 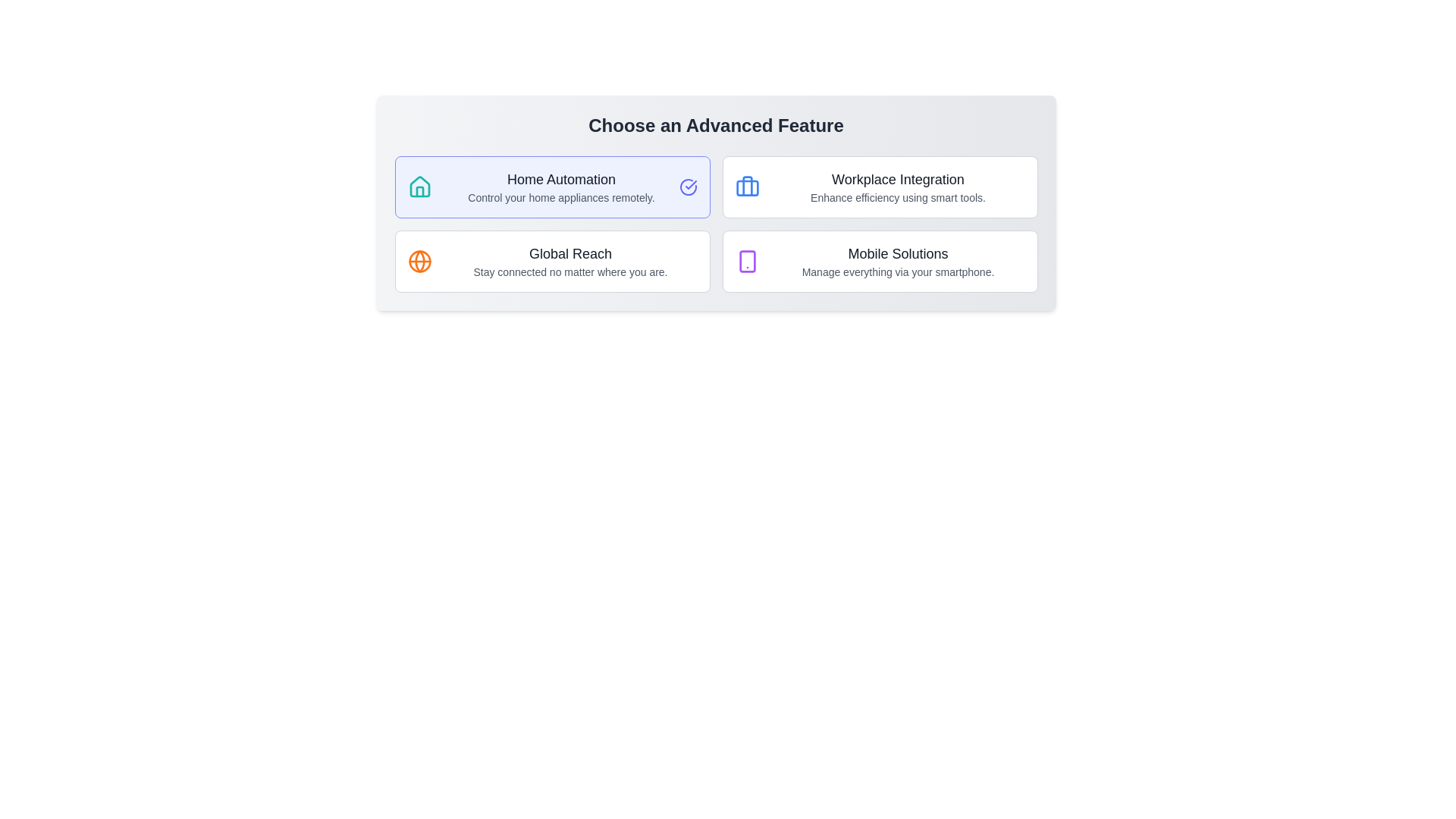 What do you see at coordinates (747, 260) in the screenshot?
I see `the smartphone icon with a purple color located in the 'Mobile Solutions' card in the 'Choose an Advanced Feature' section` at bounding box center [747, 260].